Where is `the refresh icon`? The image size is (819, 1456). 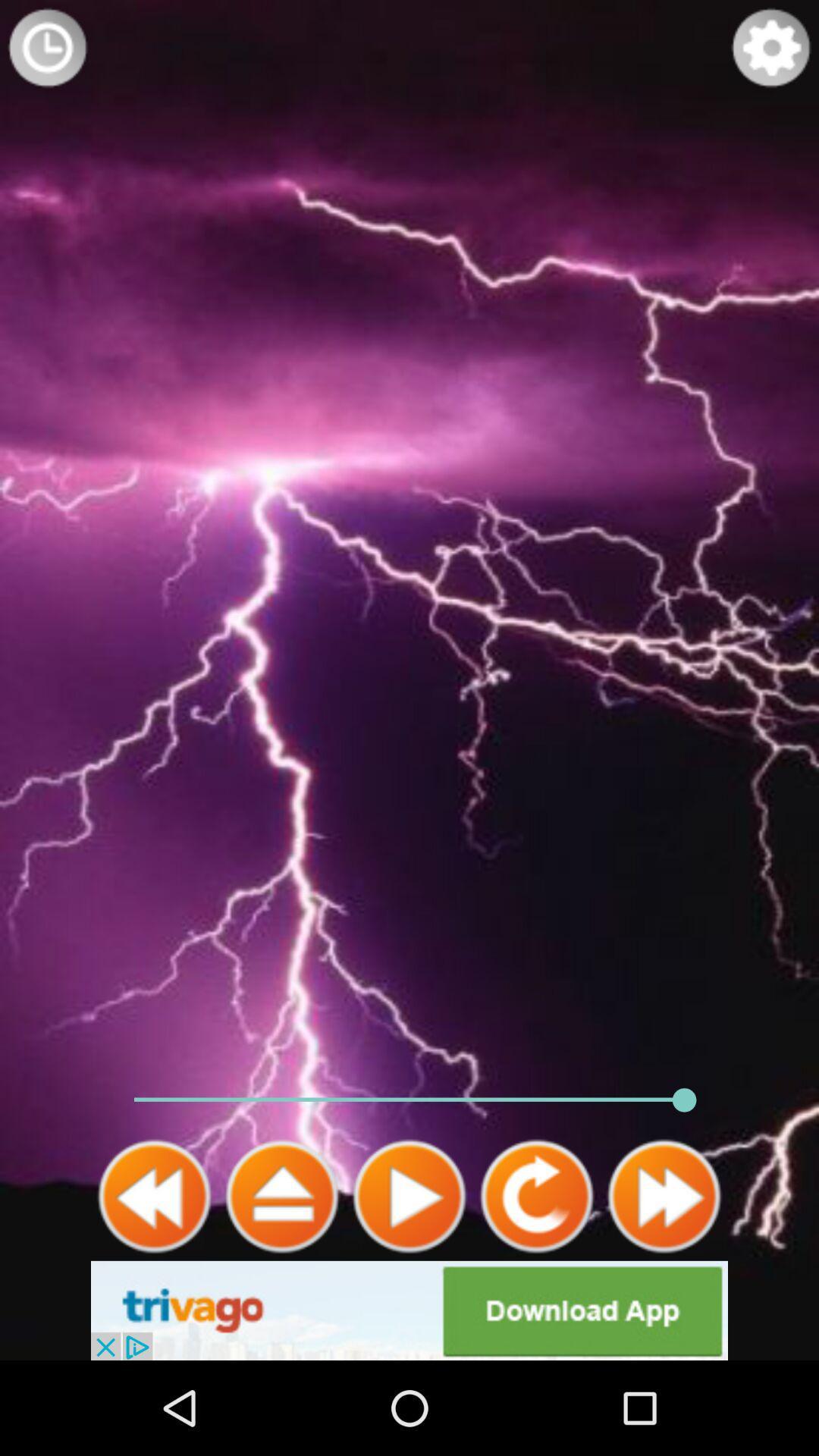 the refresh icon is located at coordinates (536, 1280).